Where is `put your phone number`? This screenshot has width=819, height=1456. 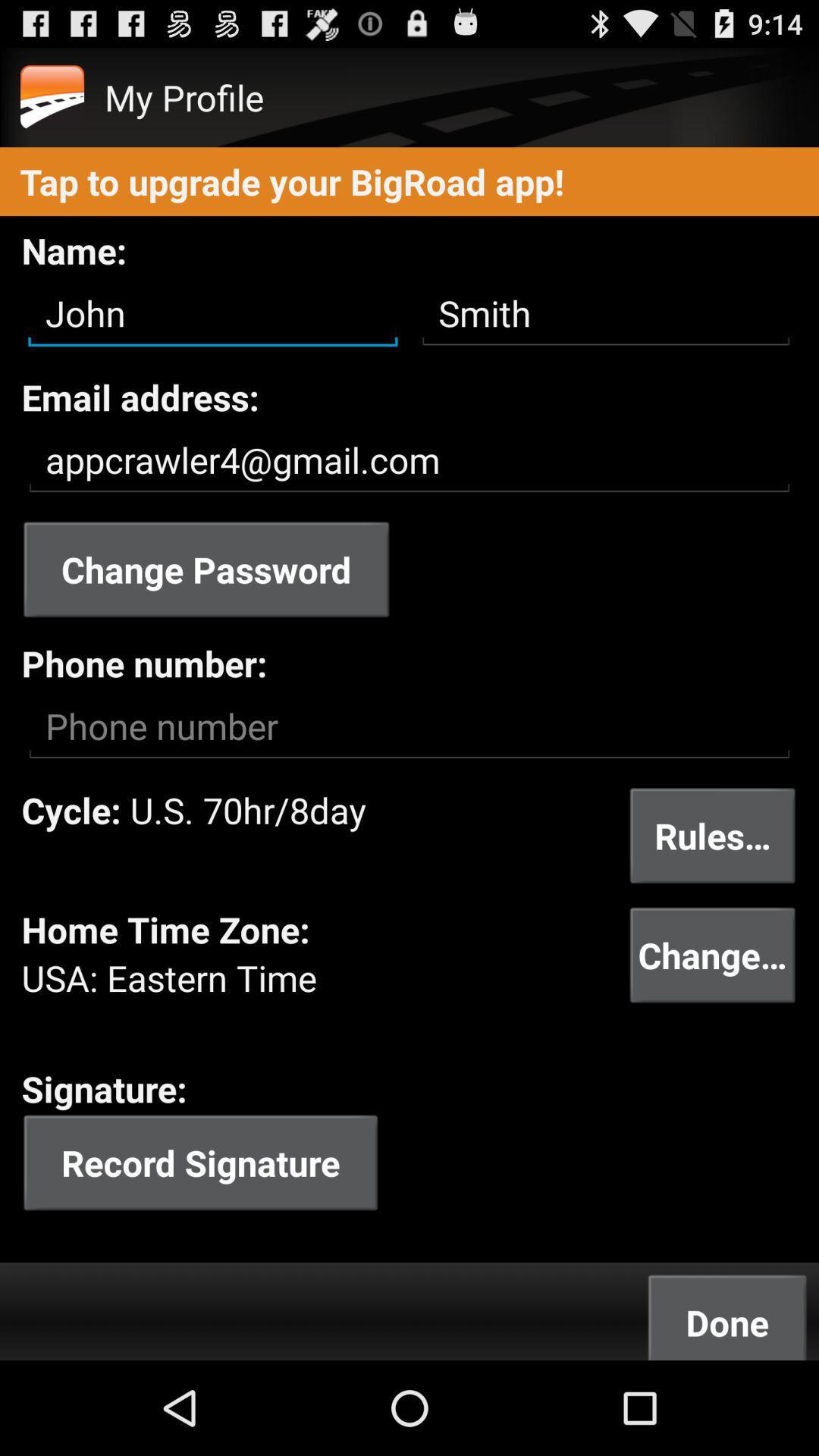
put your phone number is located at coordinates (409, 726).